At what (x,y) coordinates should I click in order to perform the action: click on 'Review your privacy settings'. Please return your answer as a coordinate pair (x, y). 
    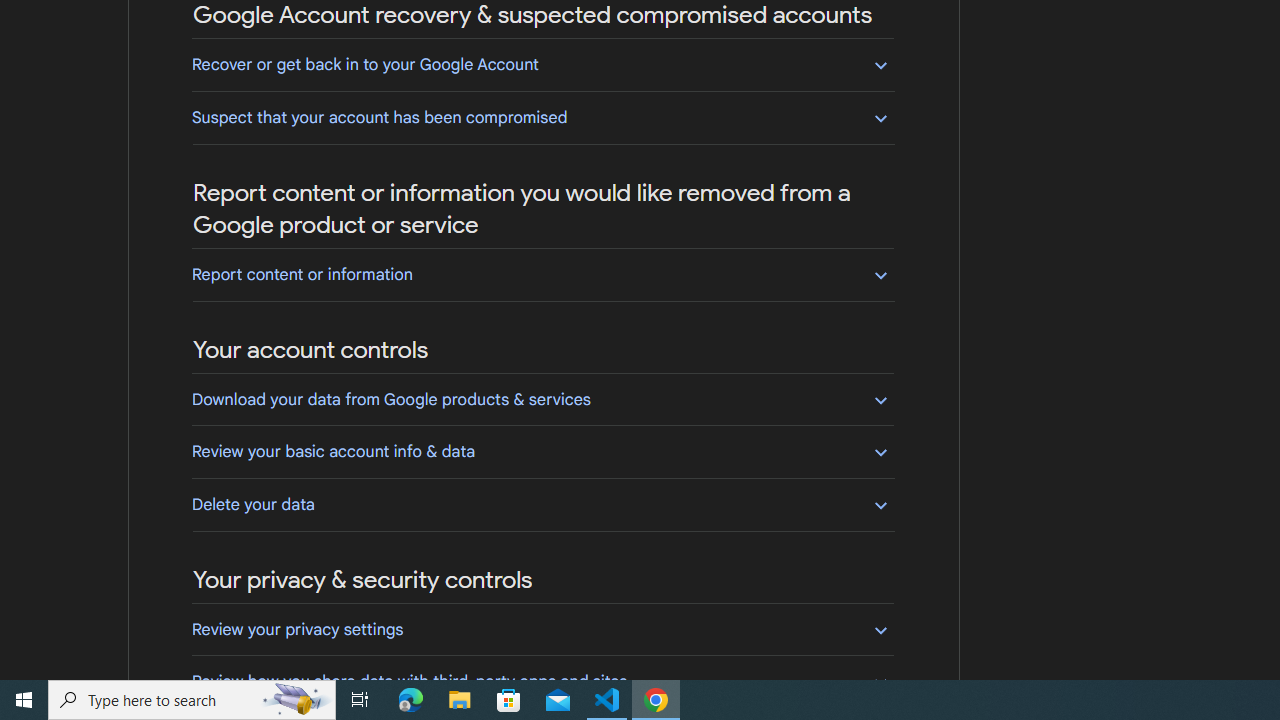
    Looking at the image, I should click on (542, 628).